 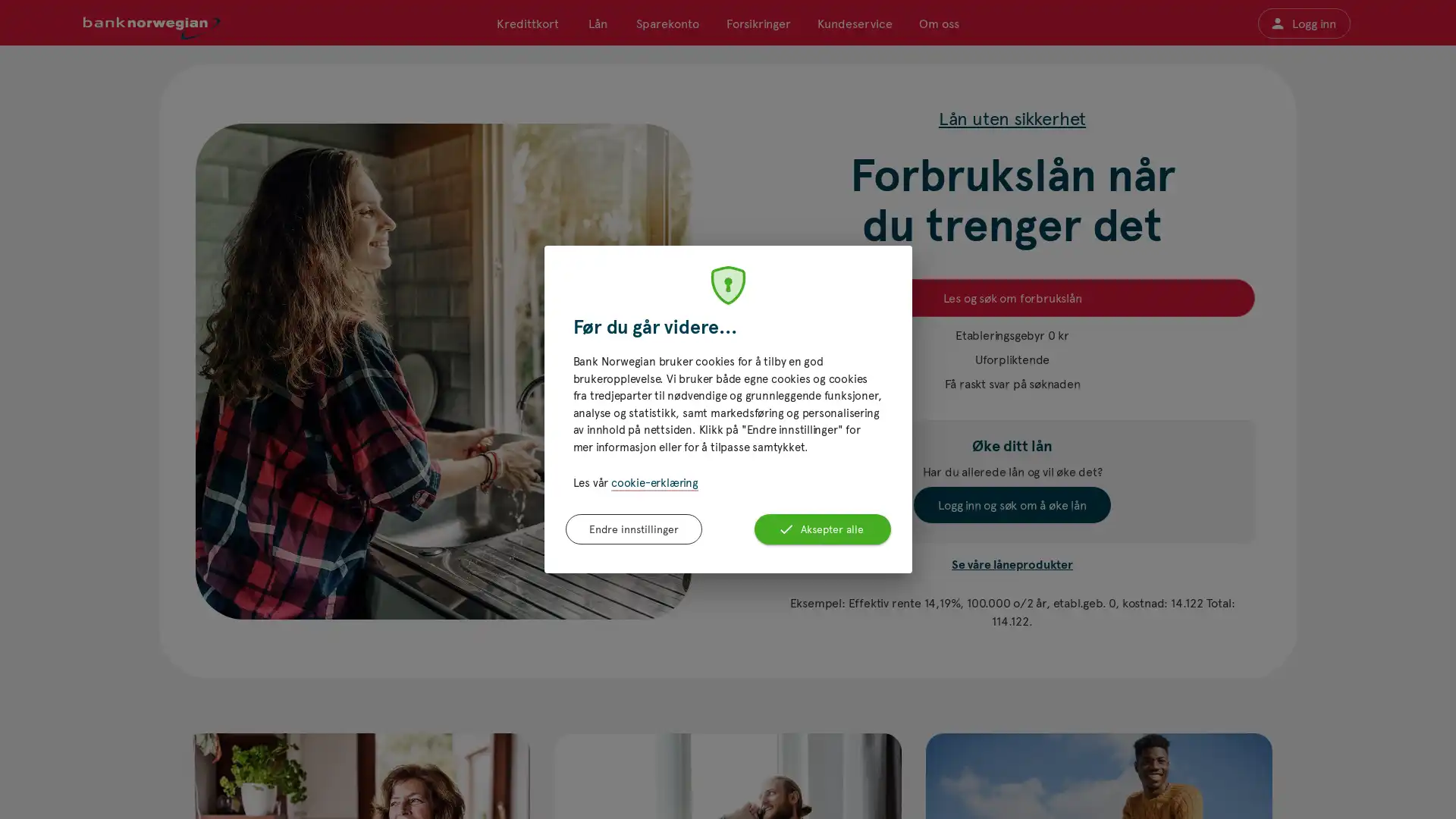 I want to click on Endre innstillinger, so click(x=633, y=528).